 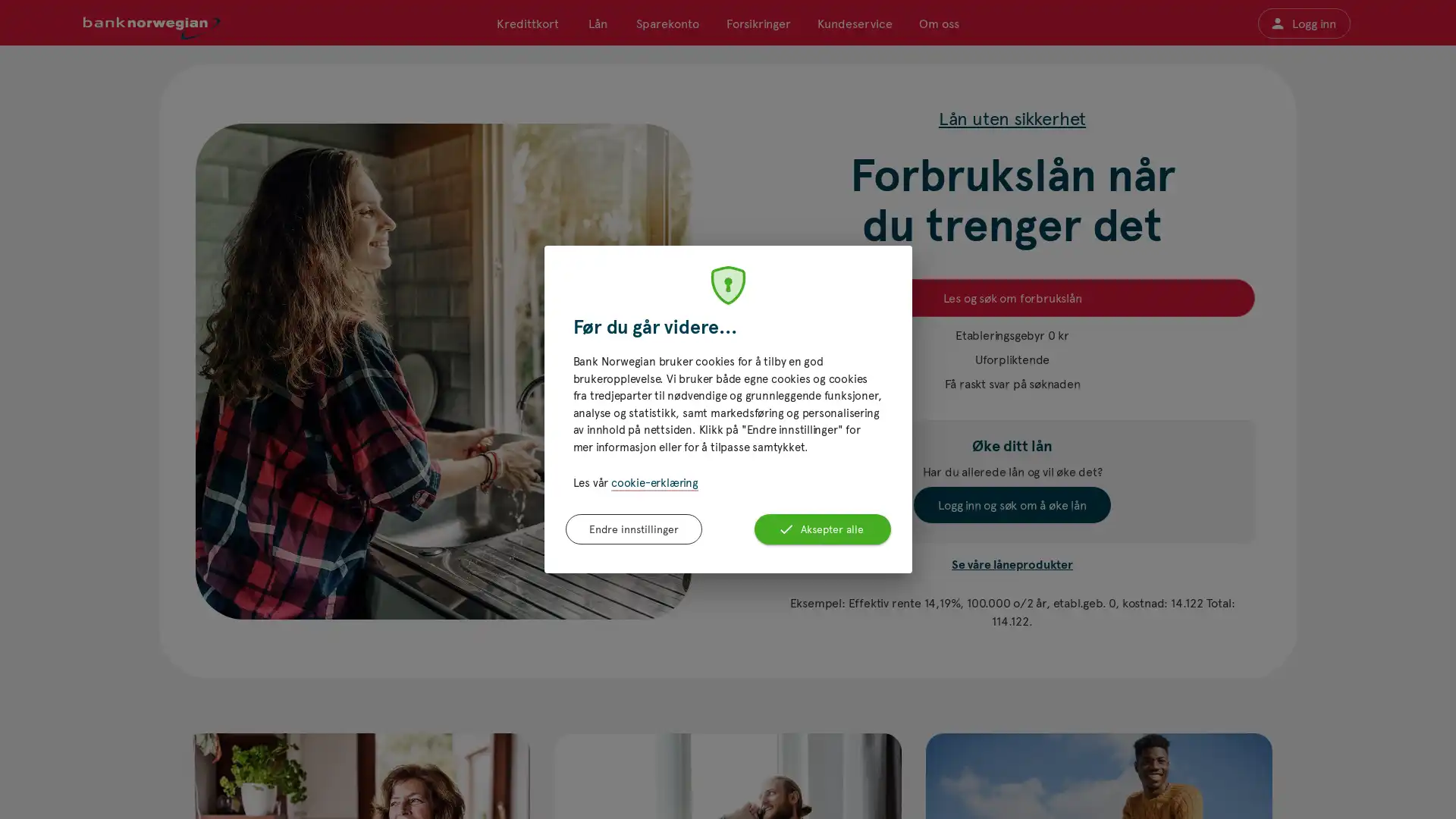 I want to click on Endre innstillinger, so click(x=633, y=528).